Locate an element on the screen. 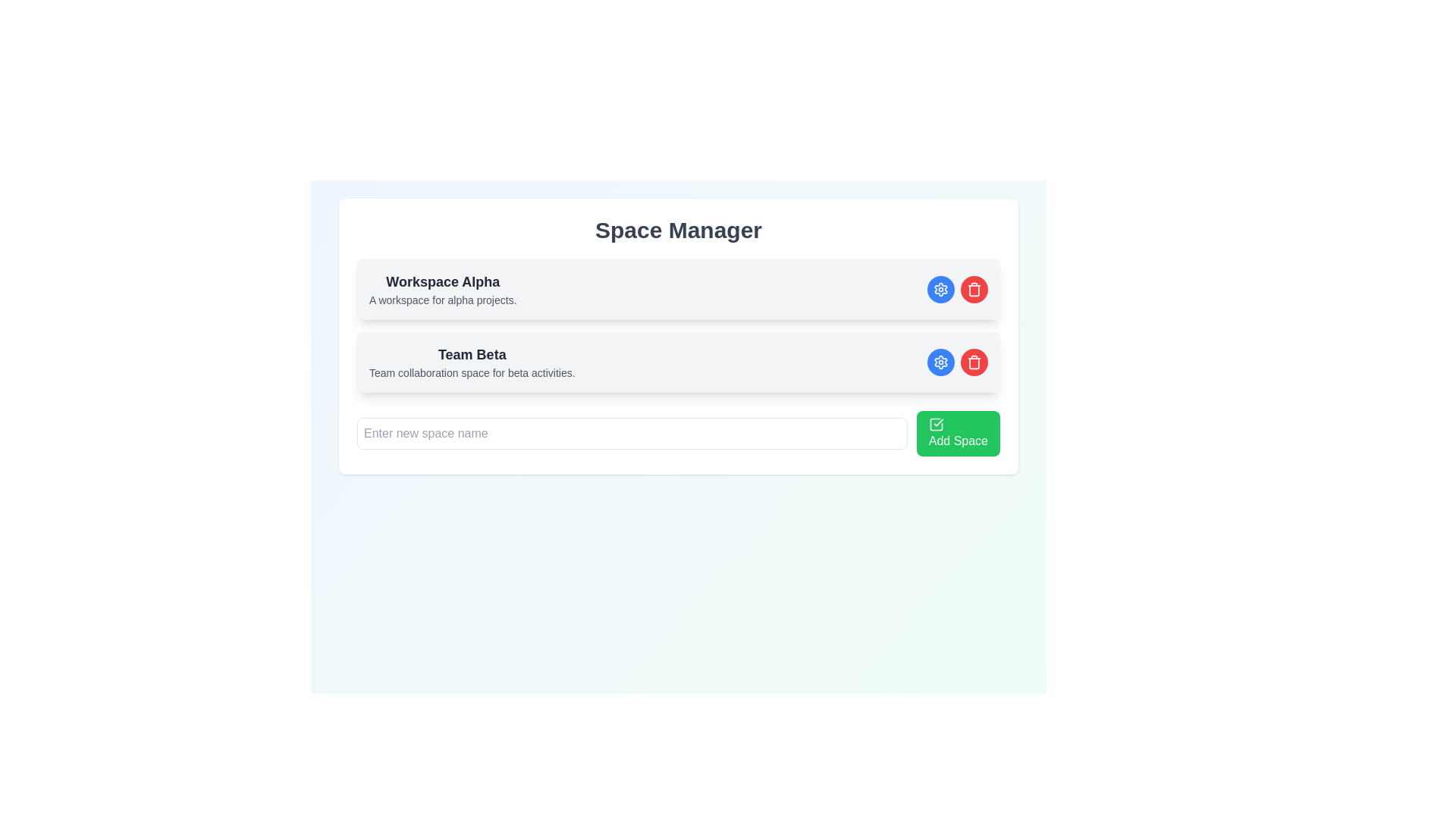 The width and height of the screenshot is (1456, 819). the red trash button within the 'Workspace Alpha' card is located at coordinates (956, 289).